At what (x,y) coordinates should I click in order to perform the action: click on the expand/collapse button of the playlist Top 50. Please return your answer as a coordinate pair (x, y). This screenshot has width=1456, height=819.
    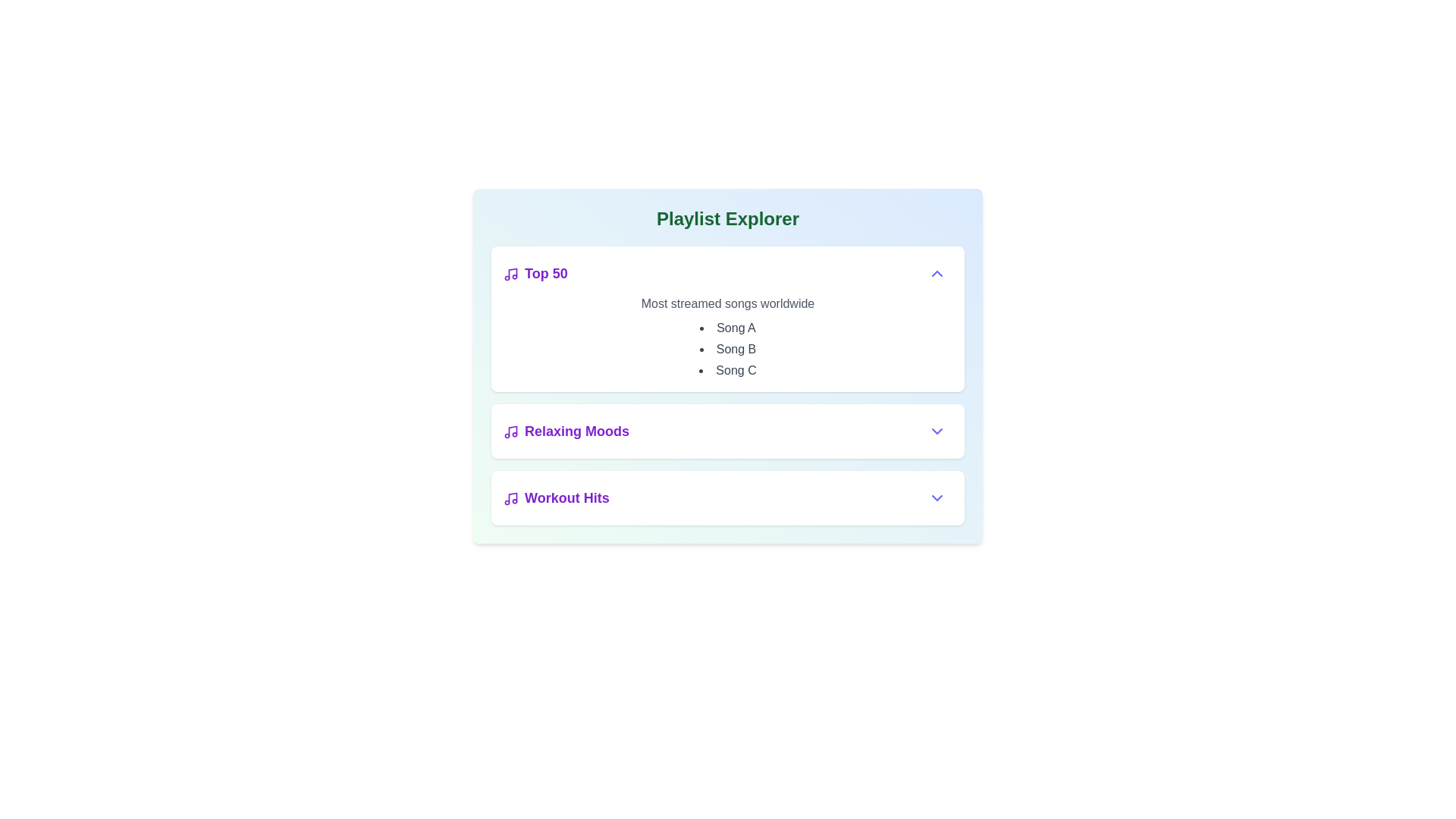
    Looking at the image, I should click on (937, 274).